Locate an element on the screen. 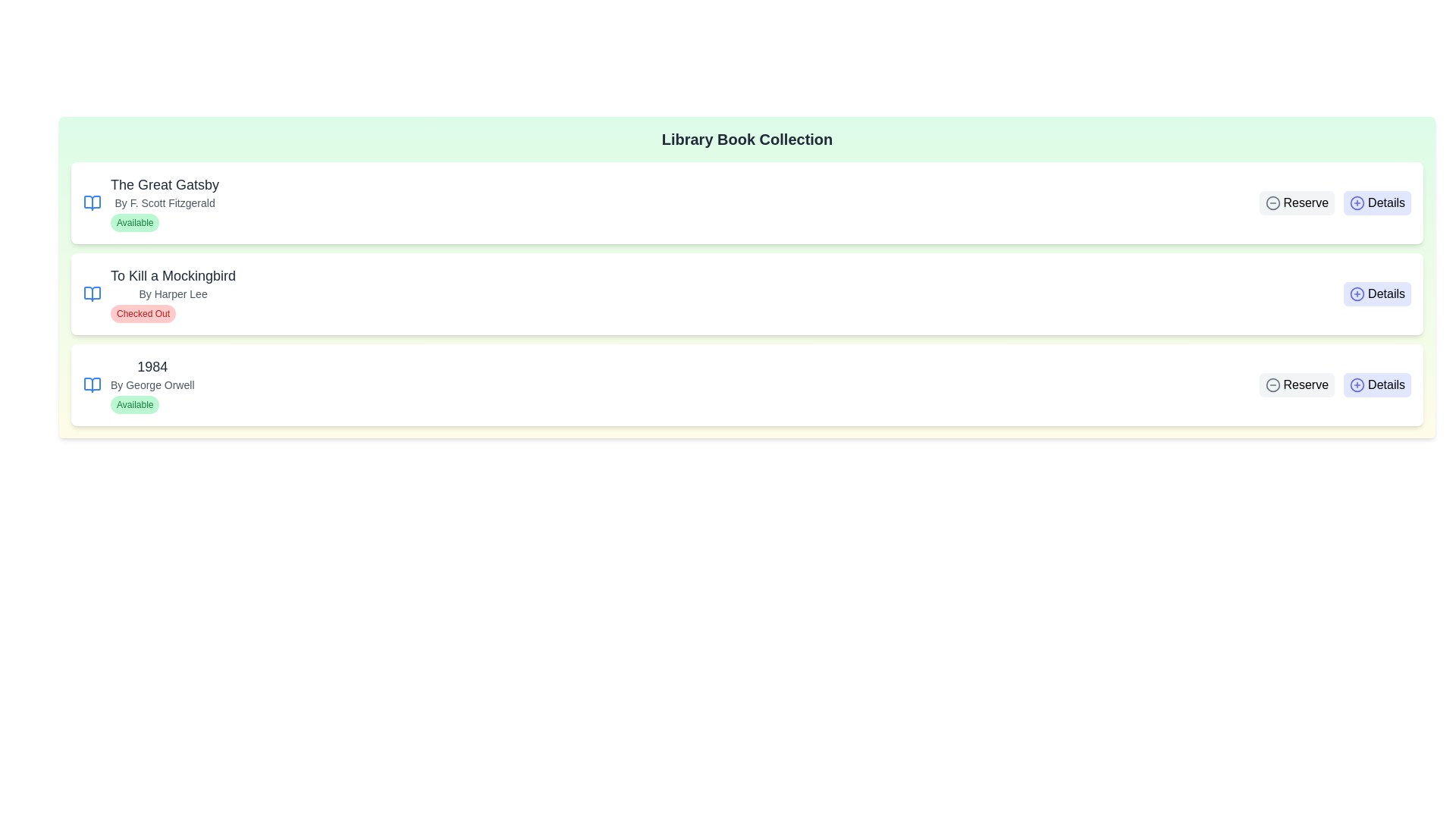 The image size is (1456, 819). the 'Reserve' button for the book titled '1984' is located at coordinates (1296, 384).